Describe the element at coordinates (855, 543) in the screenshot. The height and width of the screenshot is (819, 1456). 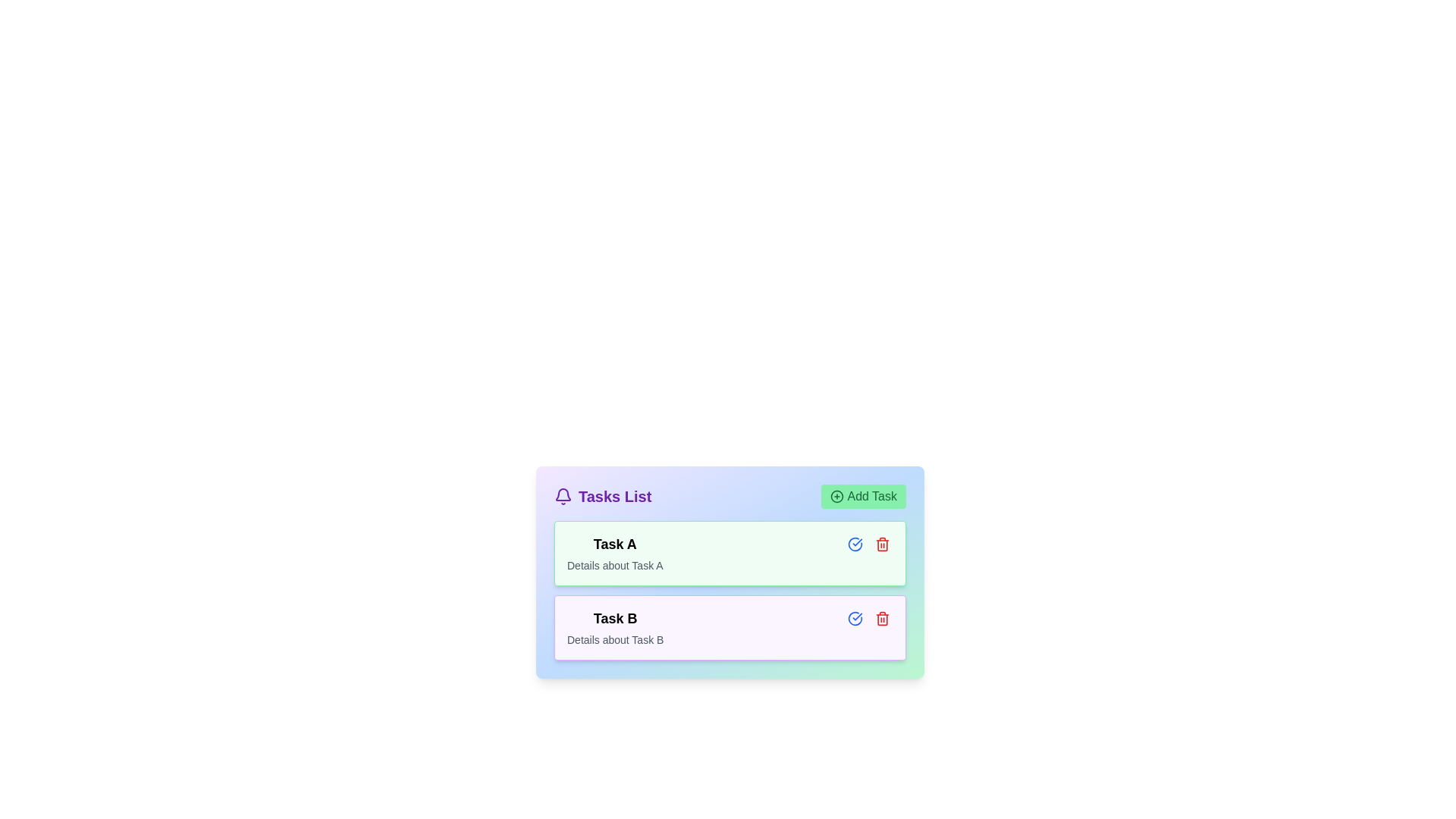
I see `the Icon Button that marks 'Task A' as completed` at that location.